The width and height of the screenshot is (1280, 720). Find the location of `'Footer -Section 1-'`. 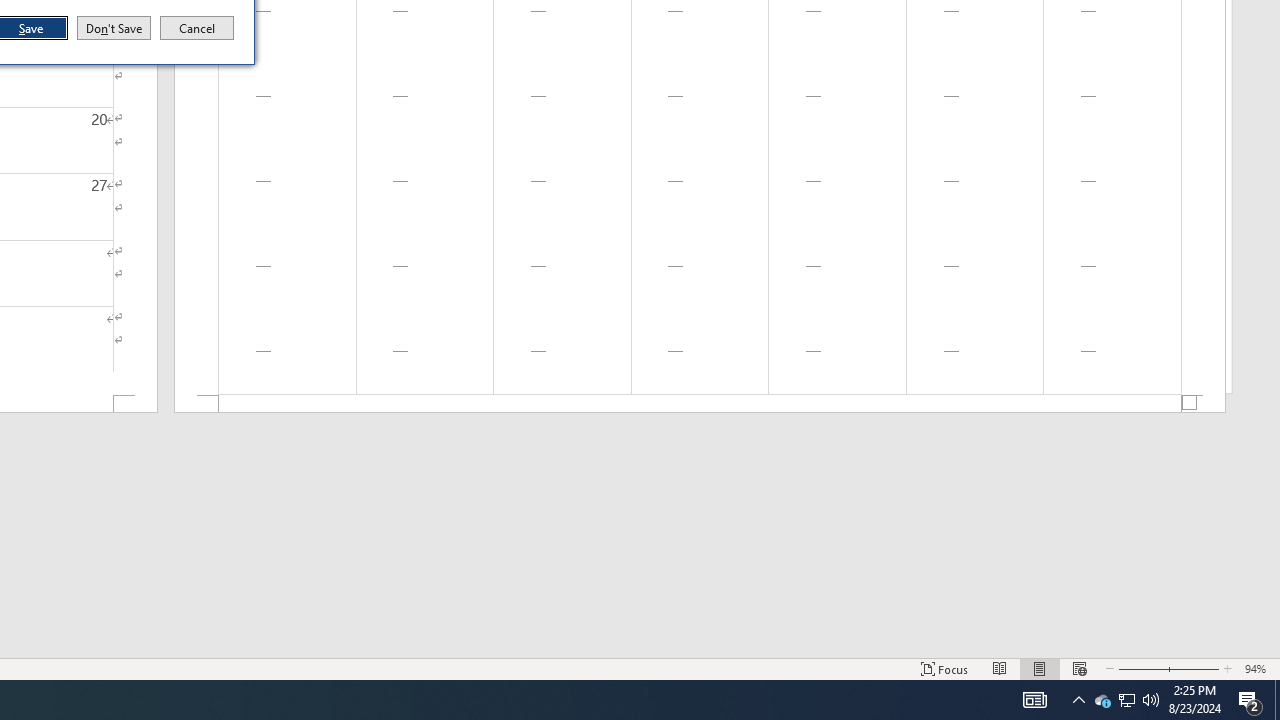

'Footer -Section 1-' is located at coordinates (700, 404).